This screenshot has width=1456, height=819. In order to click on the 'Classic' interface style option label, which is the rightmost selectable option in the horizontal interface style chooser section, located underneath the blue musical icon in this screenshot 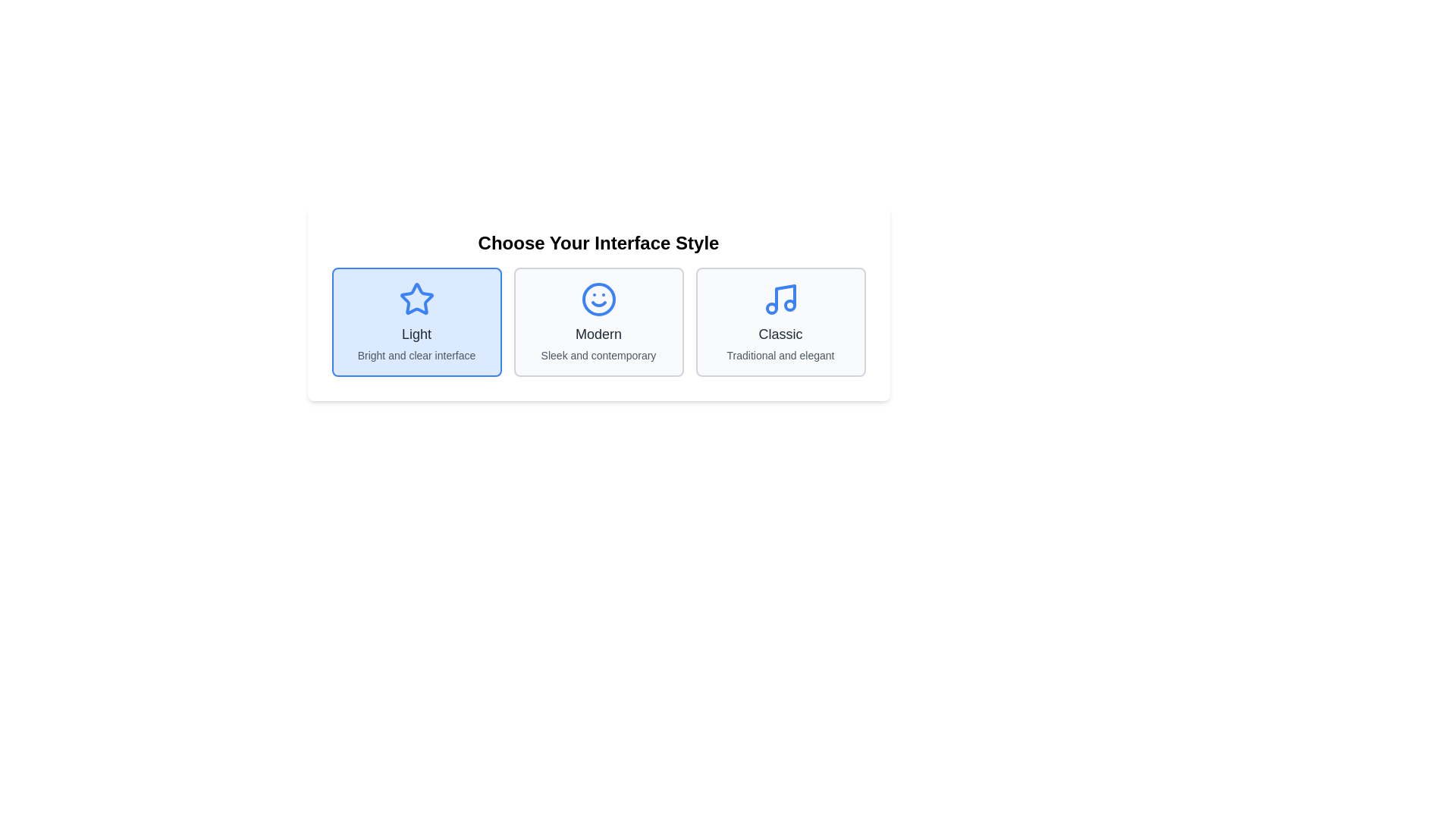, I will do `click(780, 321)`.